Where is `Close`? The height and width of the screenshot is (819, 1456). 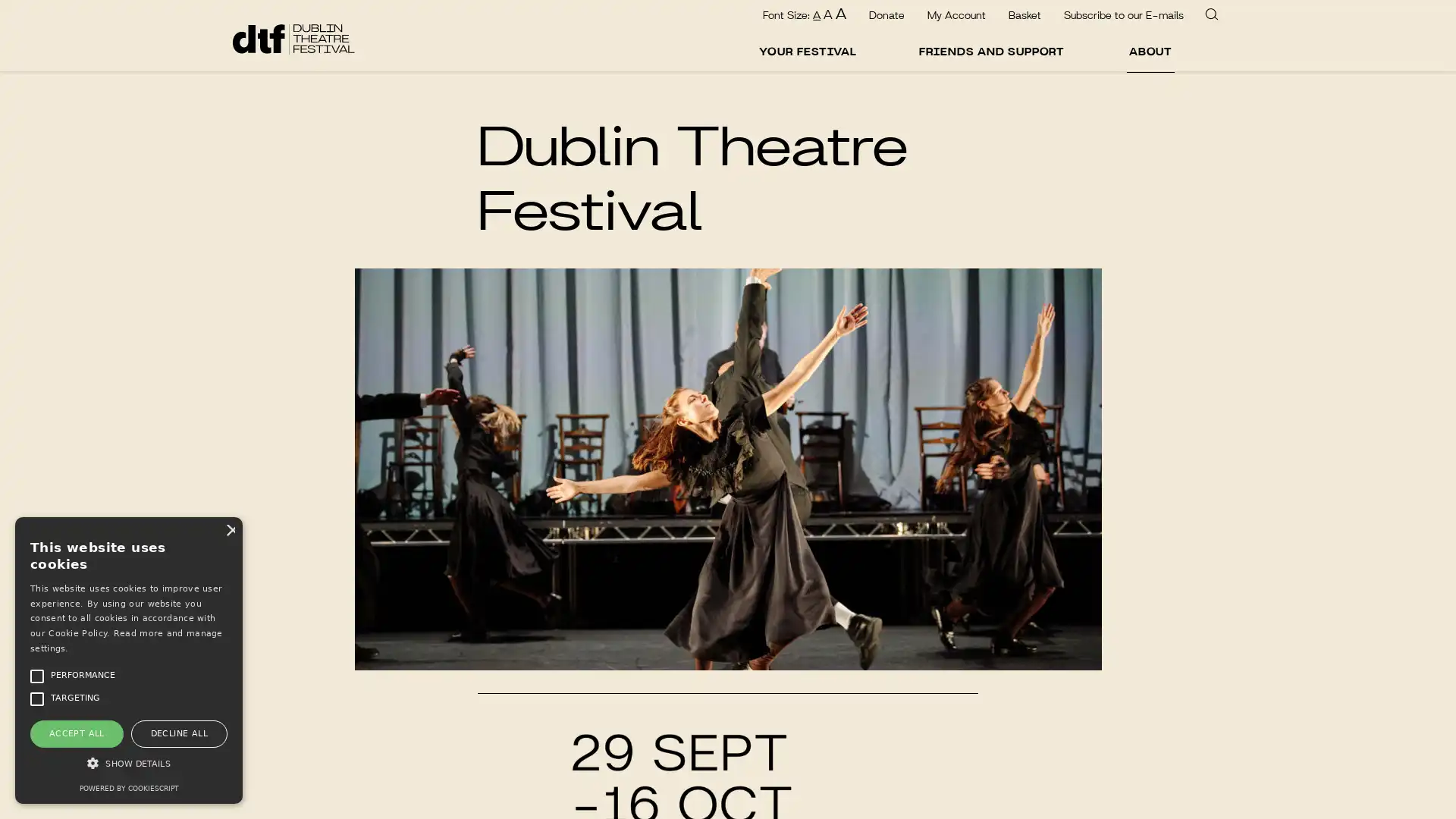
Close is located at coordinates (228, 529).